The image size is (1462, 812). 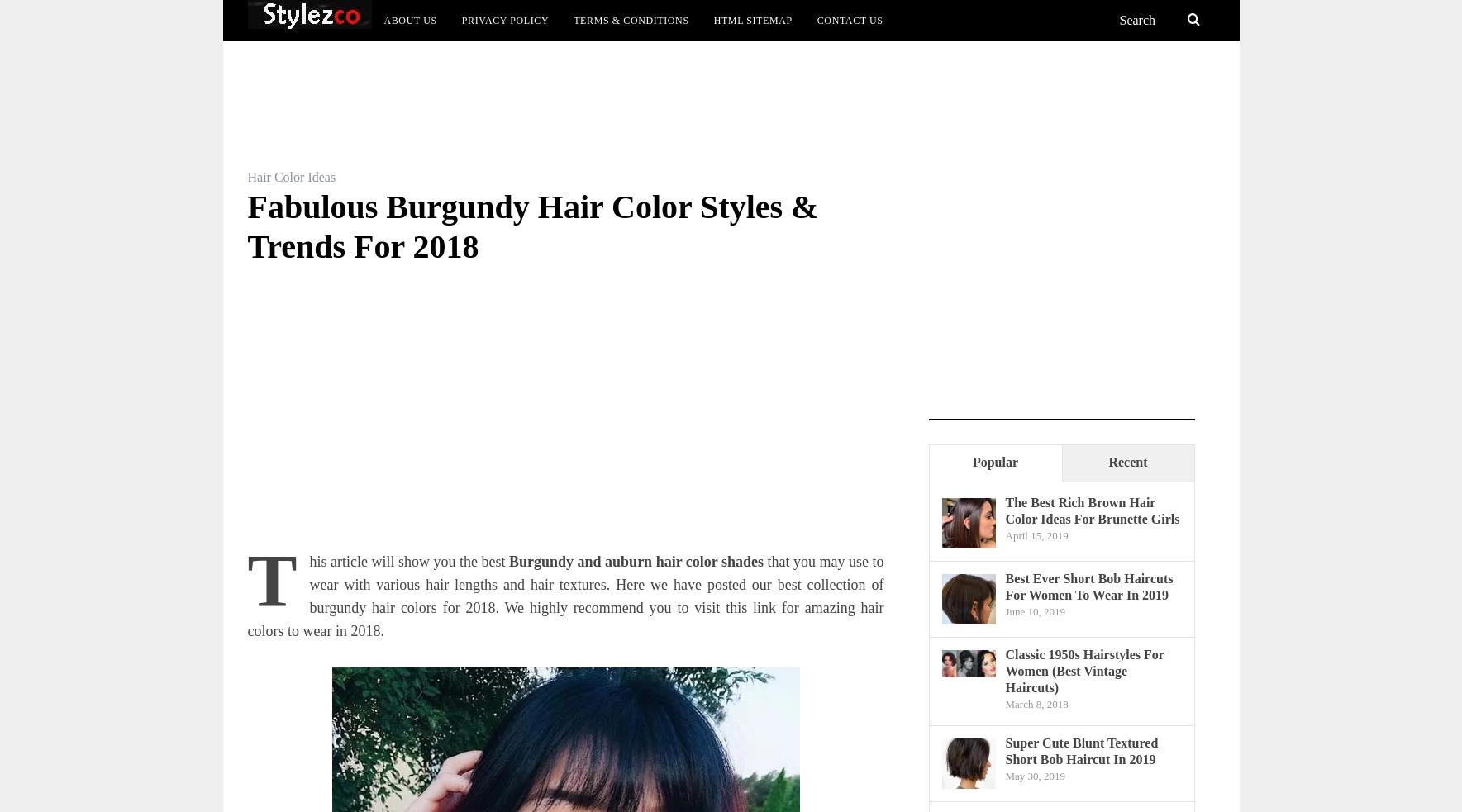 I want to click on 'Top List', so click(x=1109, y=65).